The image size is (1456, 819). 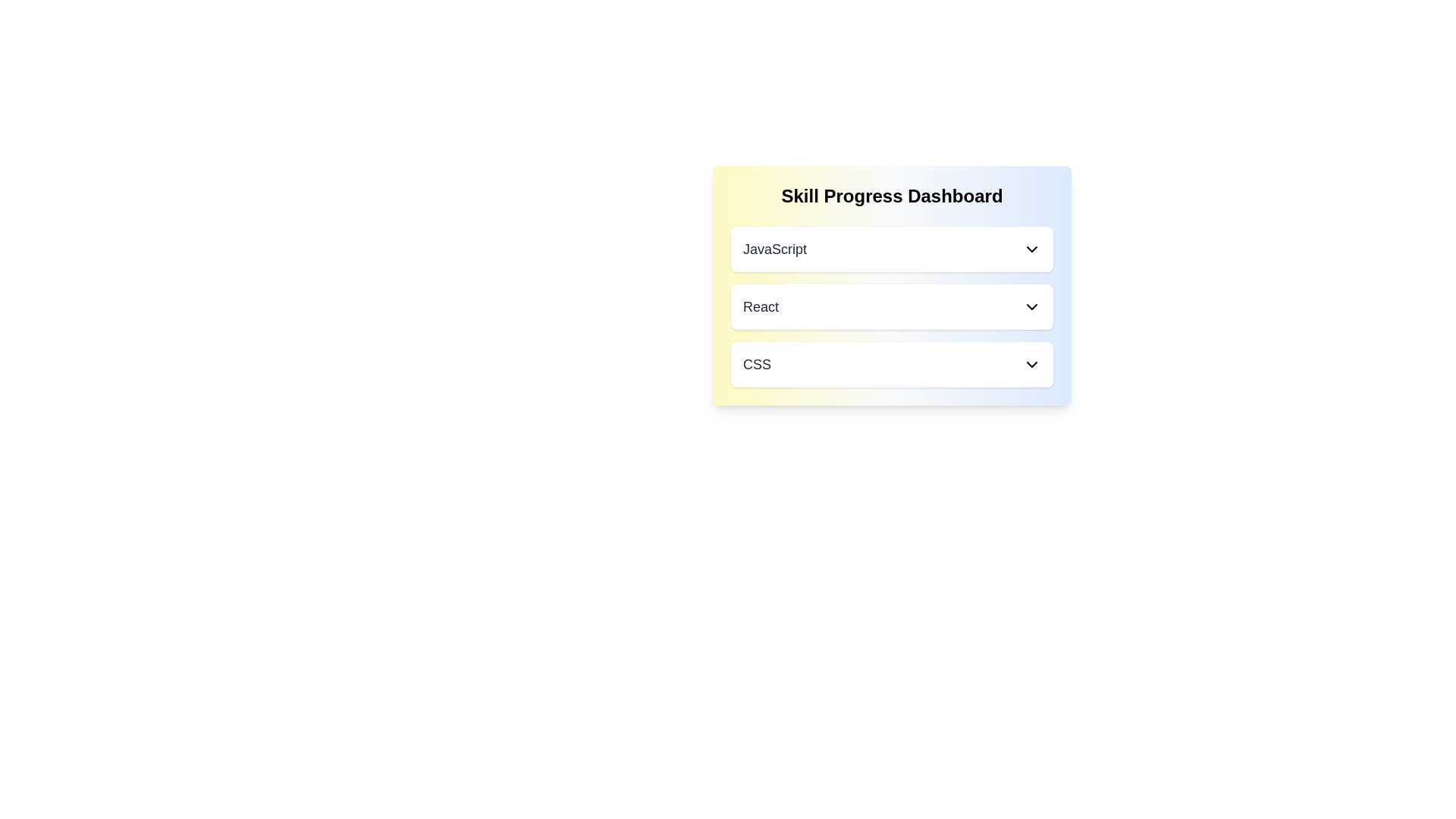 What do you see at coordinates (892, 307) in the screenshot?
I see `the dropdown arrow of the 'React' item in the dropdown menu` at bounding box center [892, 307].